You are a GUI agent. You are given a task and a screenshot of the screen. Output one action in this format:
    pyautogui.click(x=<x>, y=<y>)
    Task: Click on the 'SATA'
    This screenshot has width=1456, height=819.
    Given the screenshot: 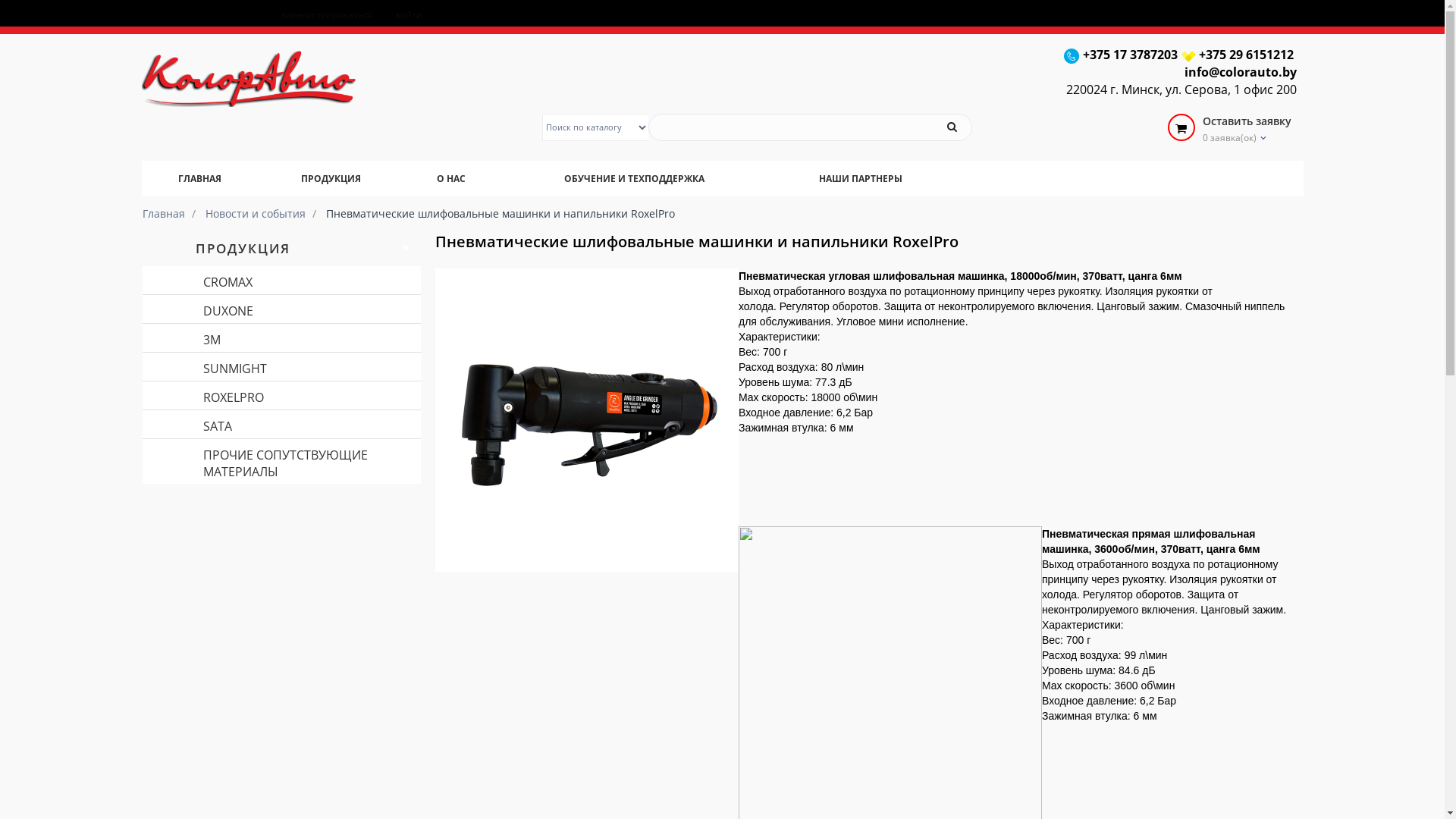 What is the action you would take?
    pyautogui.click(x=282, y=424)
    